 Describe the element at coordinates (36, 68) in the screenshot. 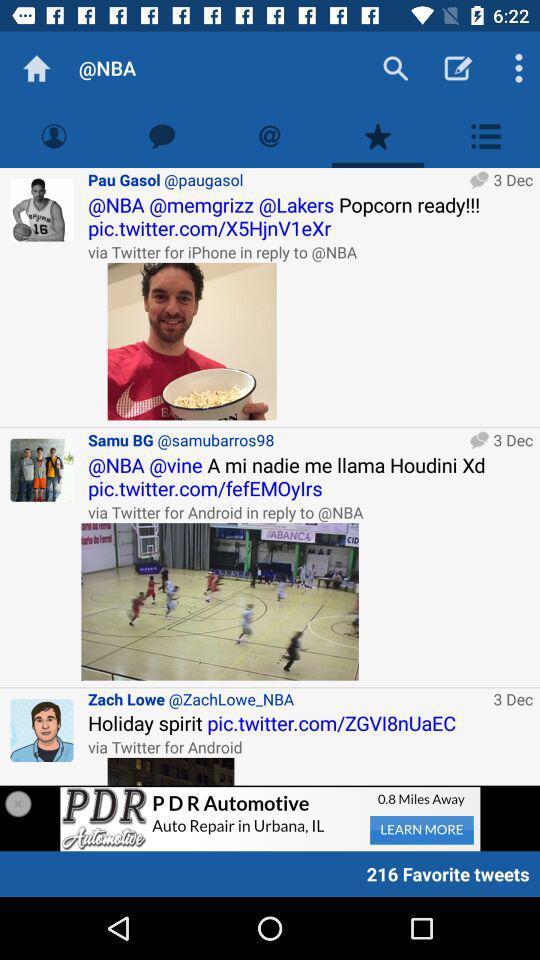

I see `return to home page` at that location.